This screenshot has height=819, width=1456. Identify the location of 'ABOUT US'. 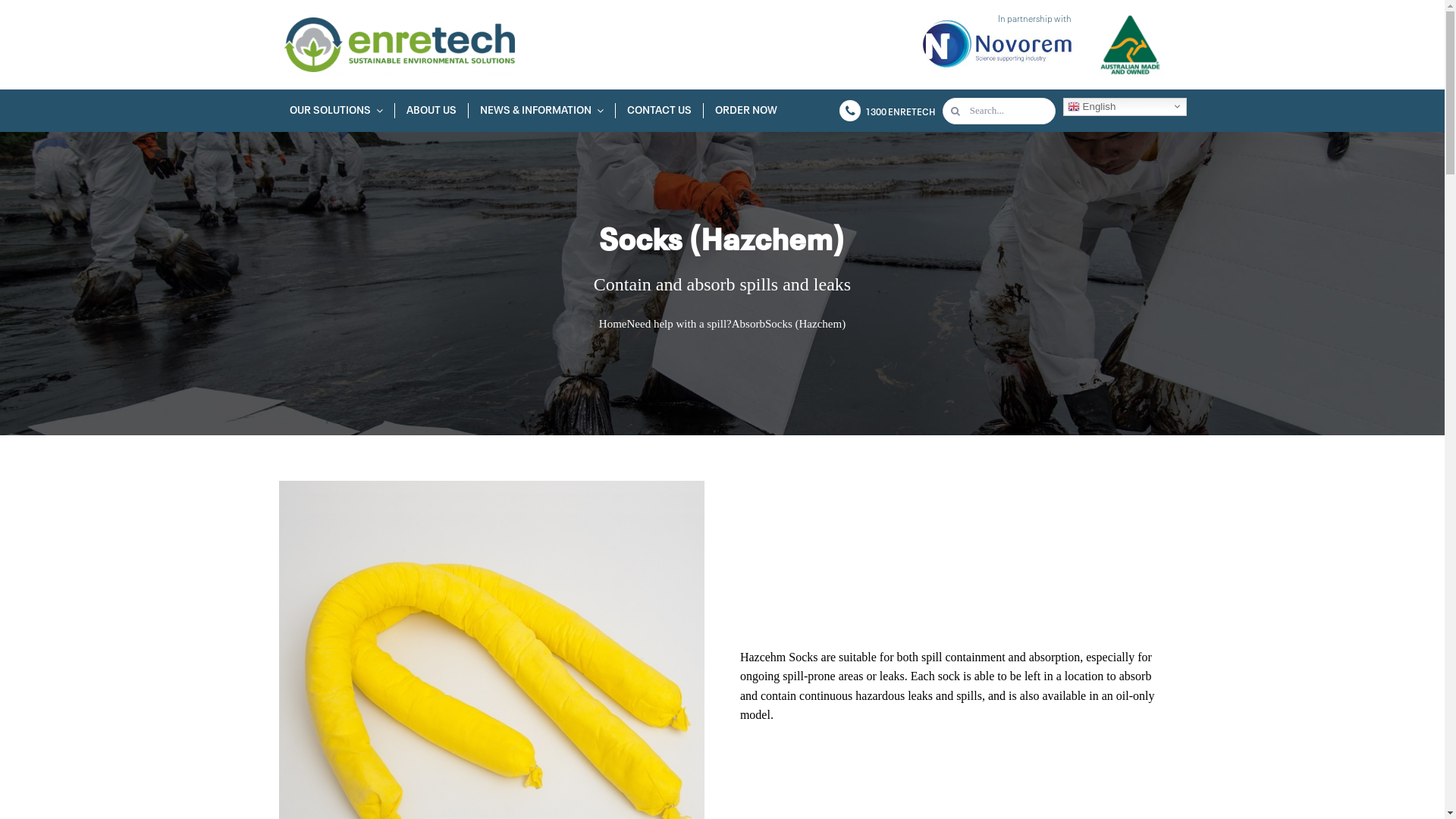
(431, 110).